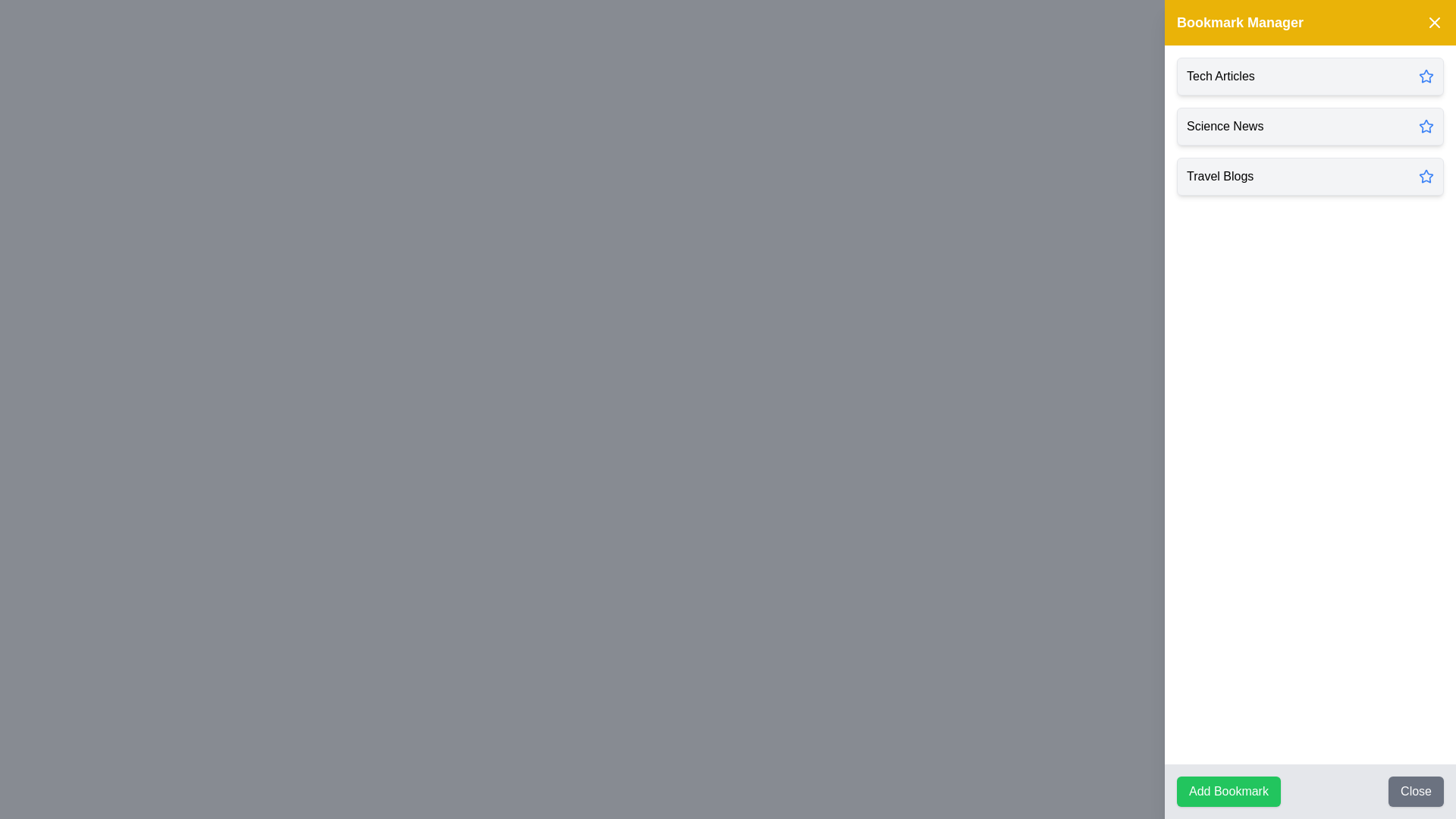 This screenshot has height=819, width=1456. What do you see at coordinates (1433, 23) in the screenshot?
I see `the red 'X' close button located in the top-right corner of the yellow header labeled 'Bookmark Manager'` at bounding box center [1433, 23].